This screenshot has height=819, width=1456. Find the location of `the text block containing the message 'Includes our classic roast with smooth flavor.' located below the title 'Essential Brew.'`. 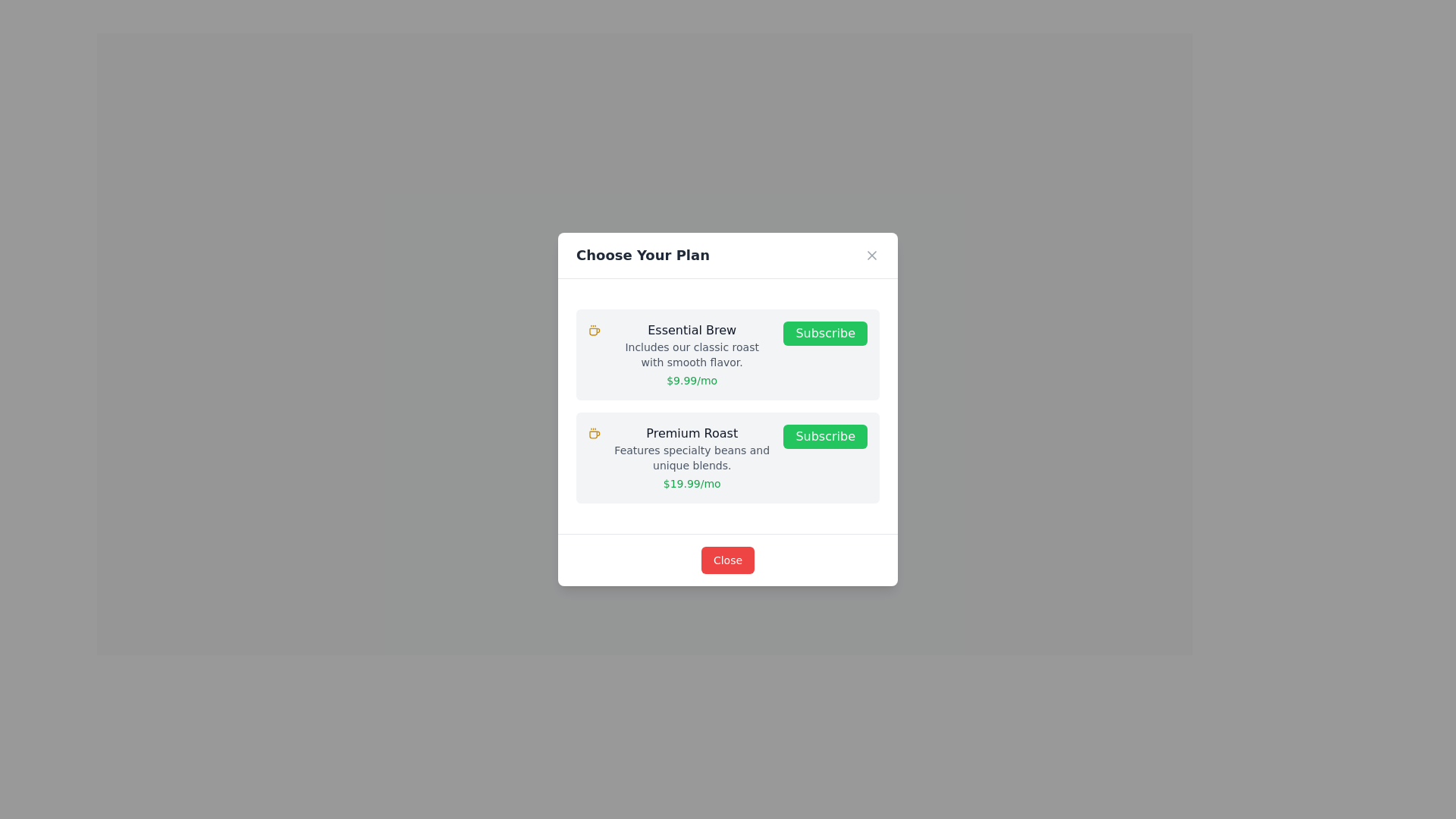

the text block containing the message 'Includes our classic roast with smooth flavor.' located below the title 'Essential Brew.' is located at coordinates (691, 354).